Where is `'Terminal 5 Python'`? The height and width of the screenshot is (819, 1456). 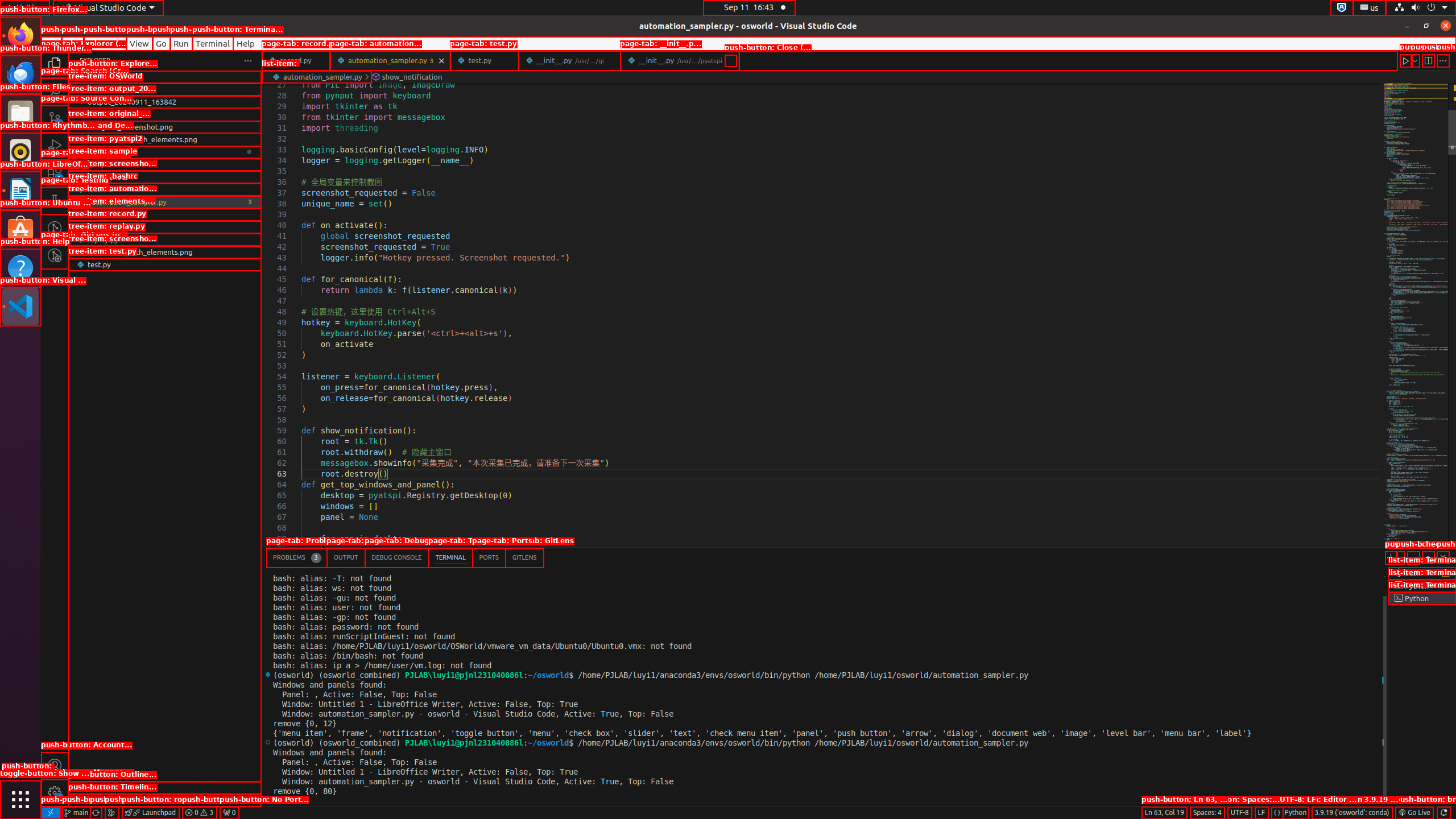 'Terminal 5 Python' is located at coordinates (1421, 598).